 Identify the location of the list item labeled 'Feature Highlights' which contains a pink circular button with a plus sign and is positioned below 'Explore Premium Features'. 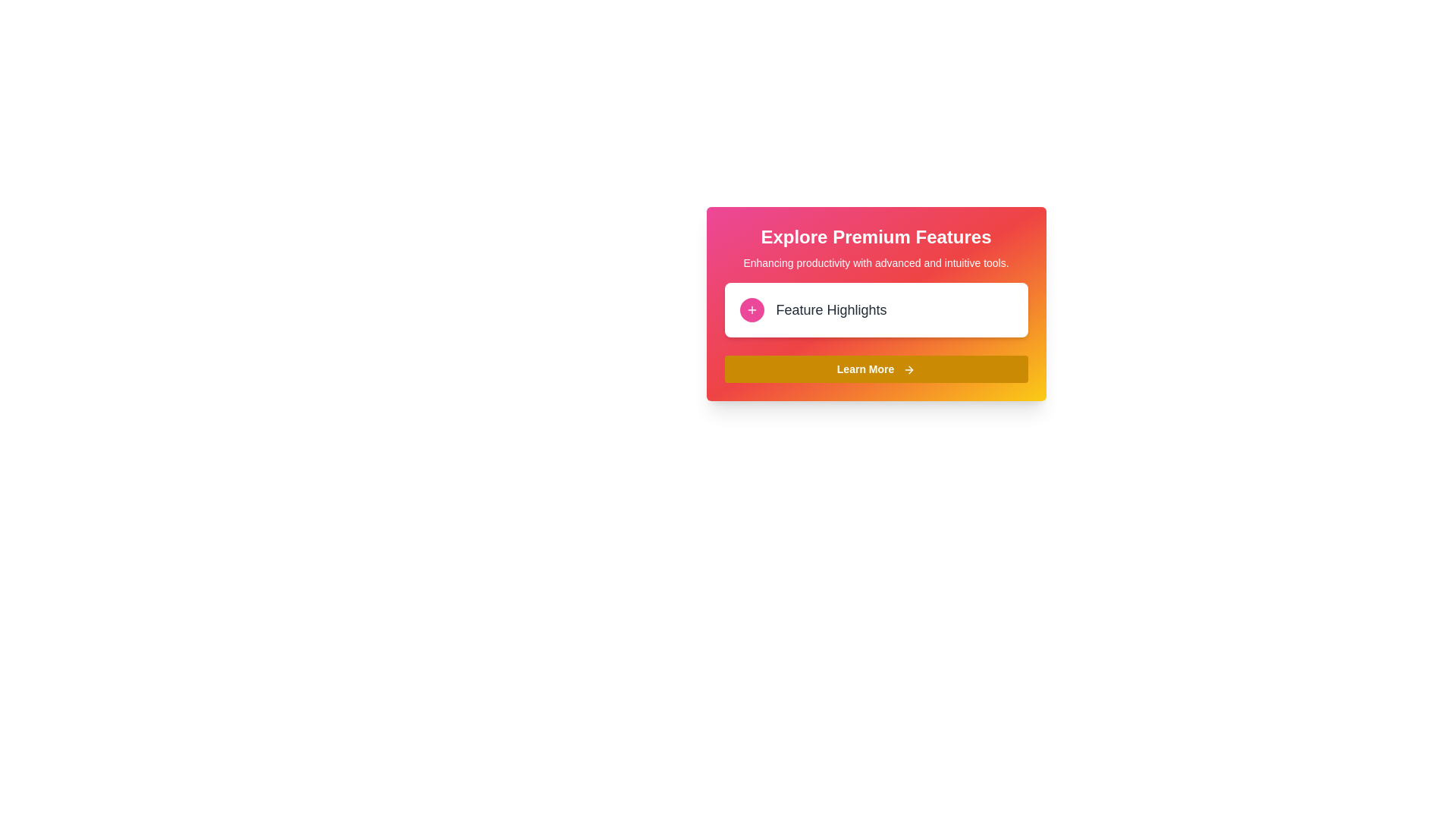
(876, 309).